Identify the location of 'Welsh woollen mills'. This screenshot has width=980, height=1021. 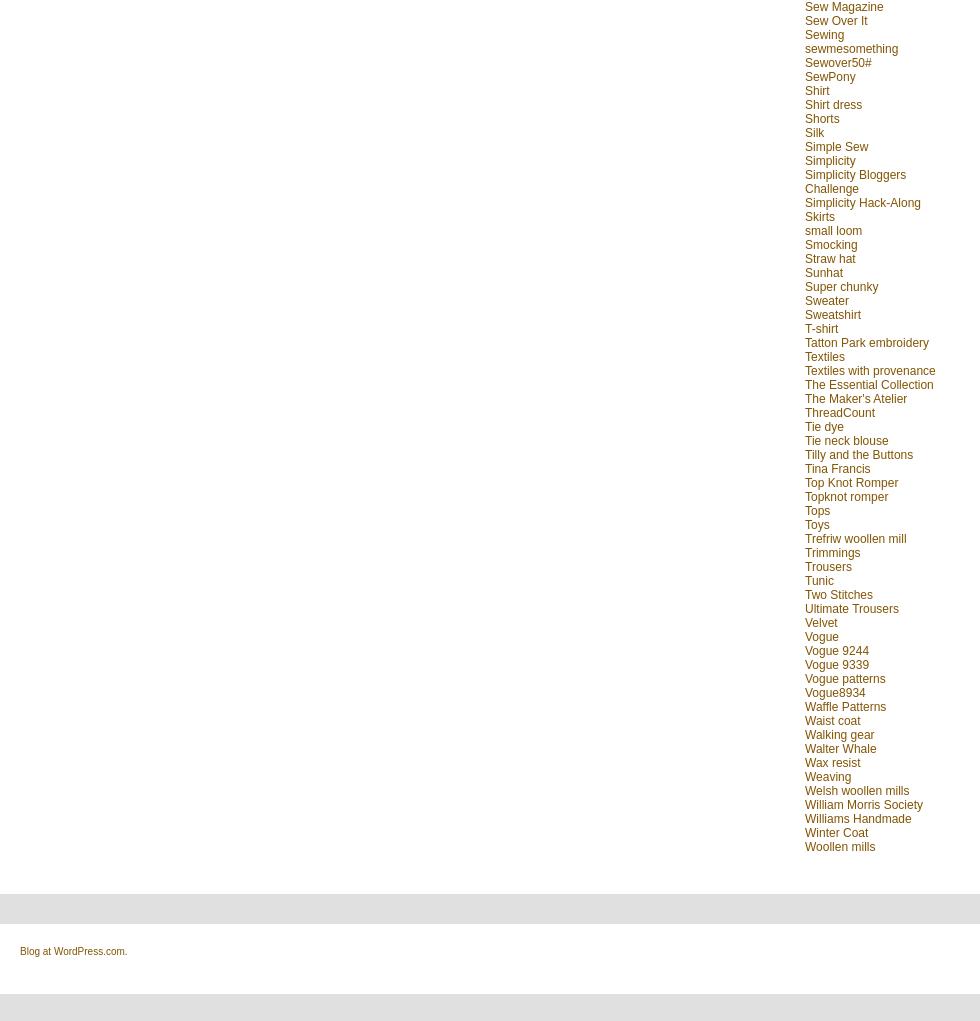
(804, 789).